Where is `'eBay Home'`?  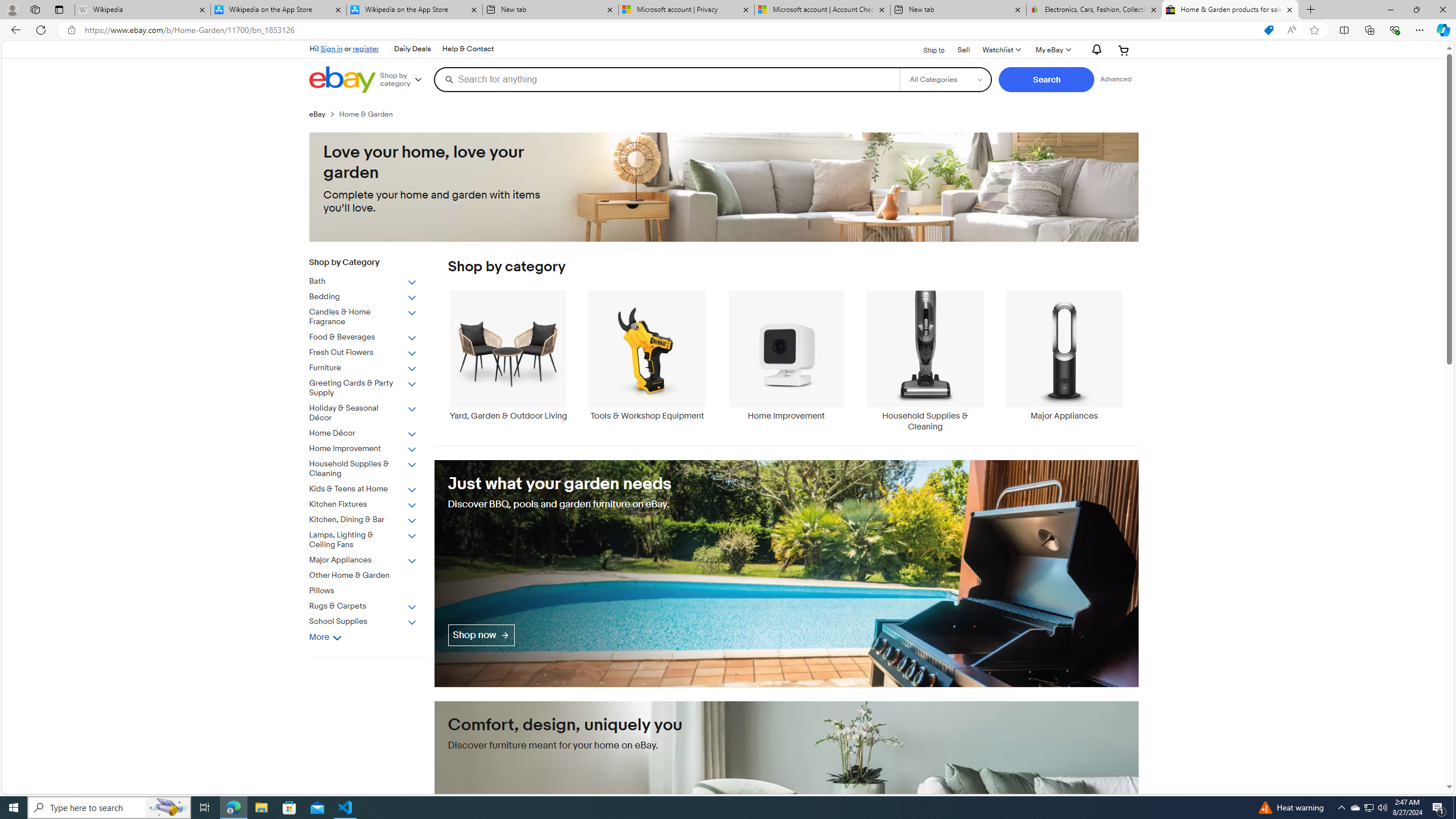
'eBay Home' is located at coordinates (341, 79).